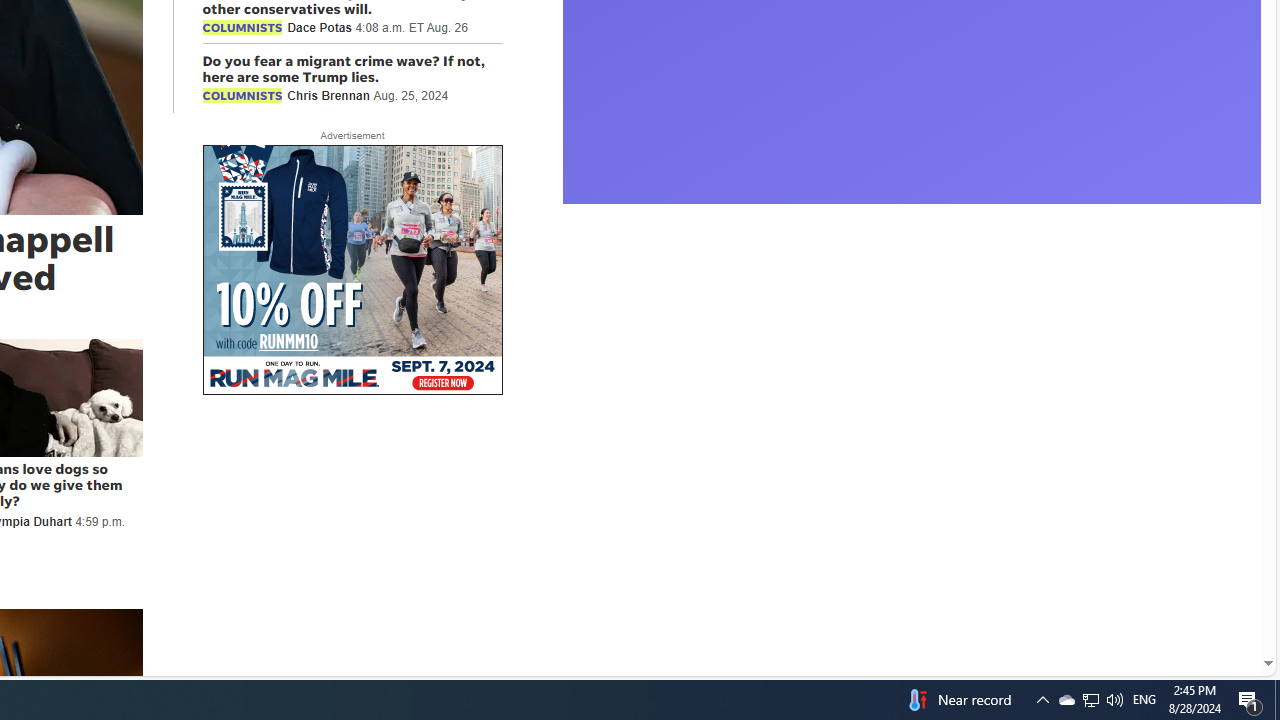  Describe the element at coordinates (352, 271) in the screenshot. I see `'AutomationID: aw0'` at that location.